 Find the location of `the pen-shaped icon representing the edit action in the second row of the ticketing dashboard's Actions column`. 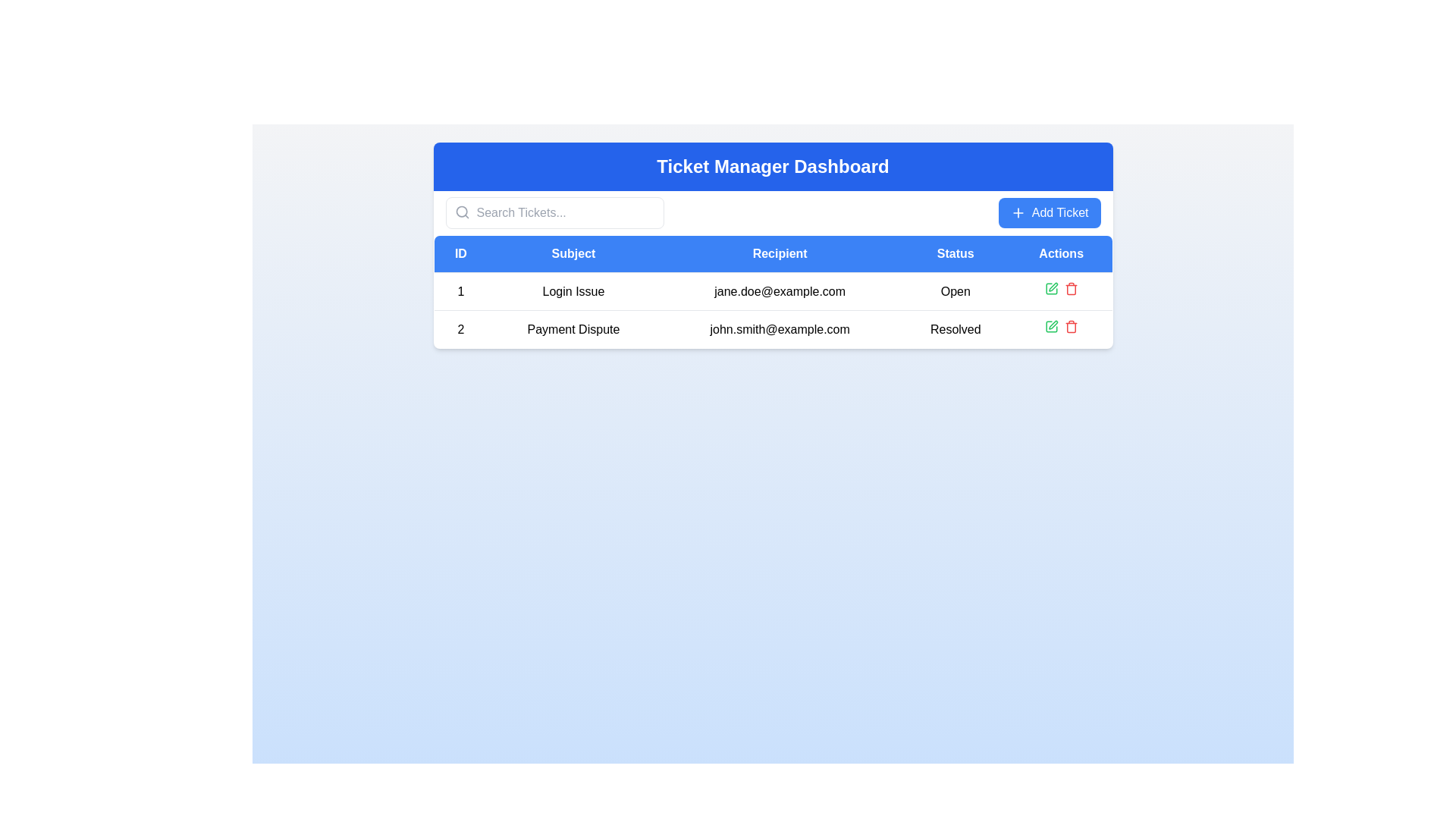

the pen-shaped icon representing the edit action in the second row of the ticketing dashboard's Actions column is located at coordinates (1052, 287).